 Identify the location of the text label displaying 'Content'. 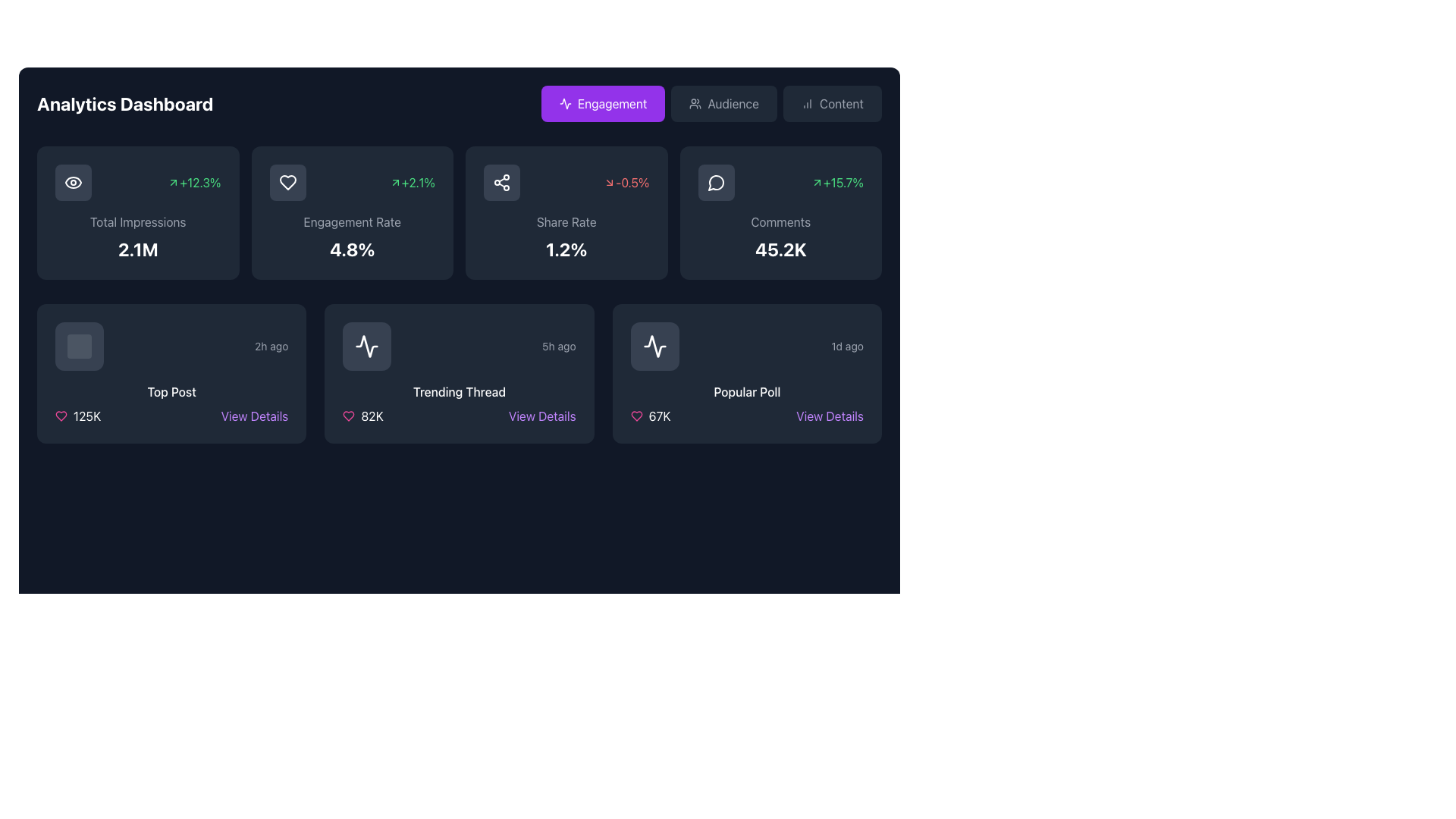
(840, 103).